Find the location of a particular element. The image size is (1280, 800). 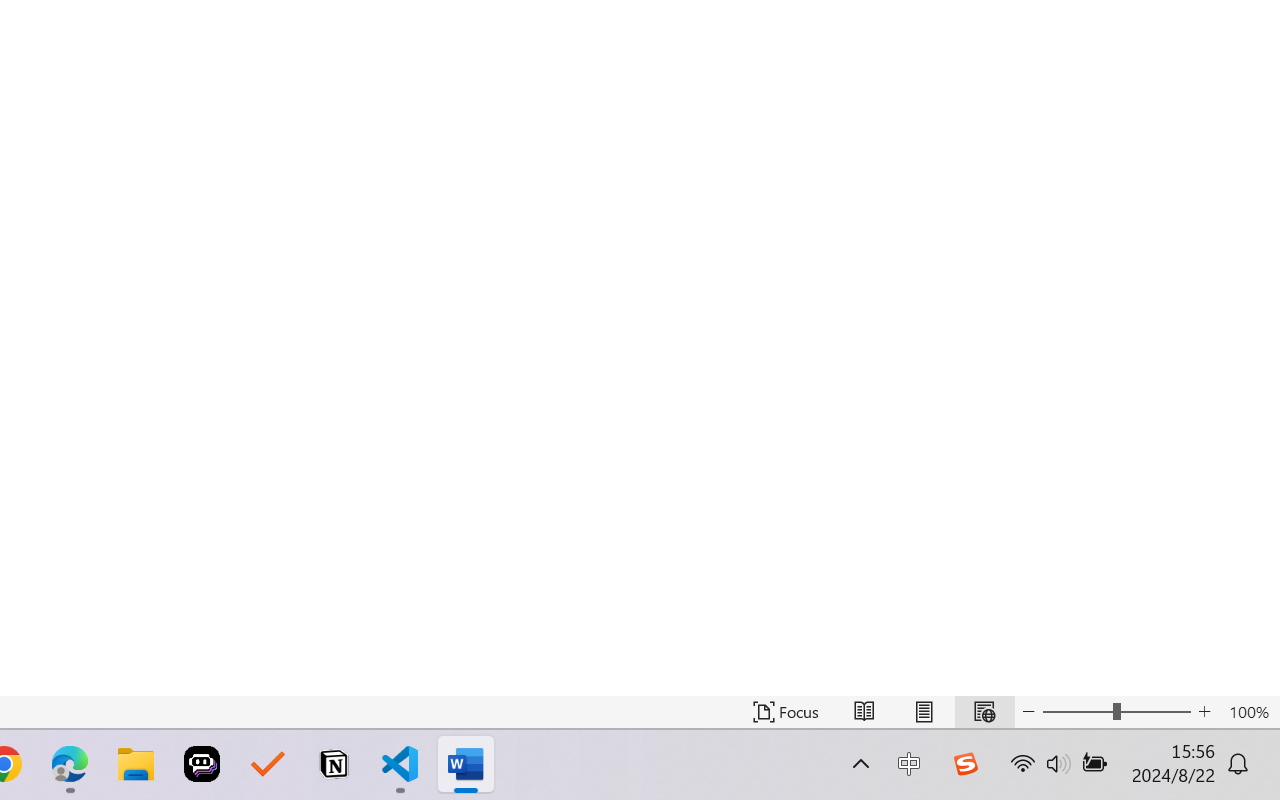

'Zoom Out' is located at coordinates (1076, 711).